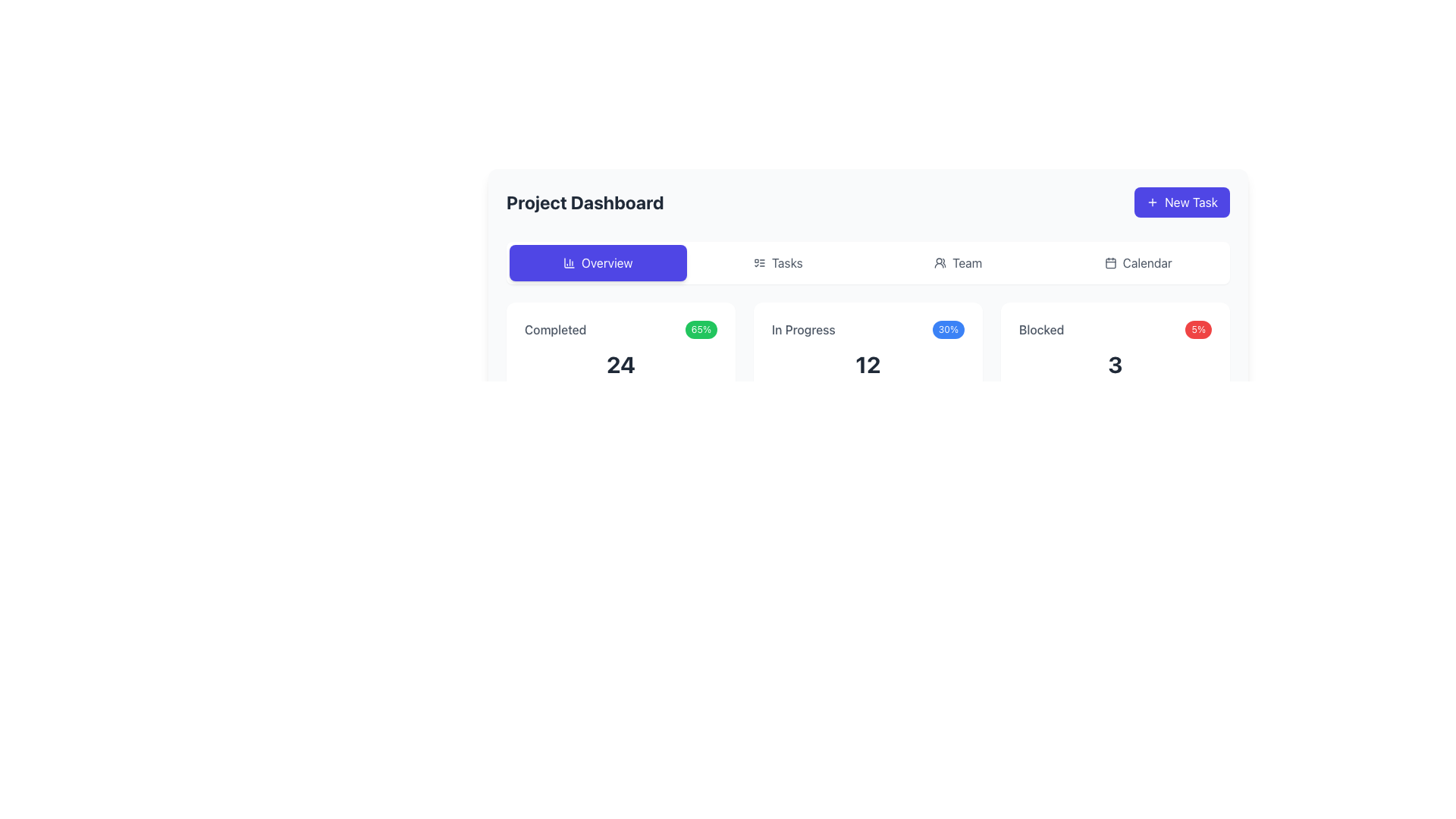 This screenshot has width=1456, height=819. I want to click on the completion percentage label located at the top-right corner of the 'Completed' section, to the right of the text 'Completed' and above the number '24', so click(700, 329).